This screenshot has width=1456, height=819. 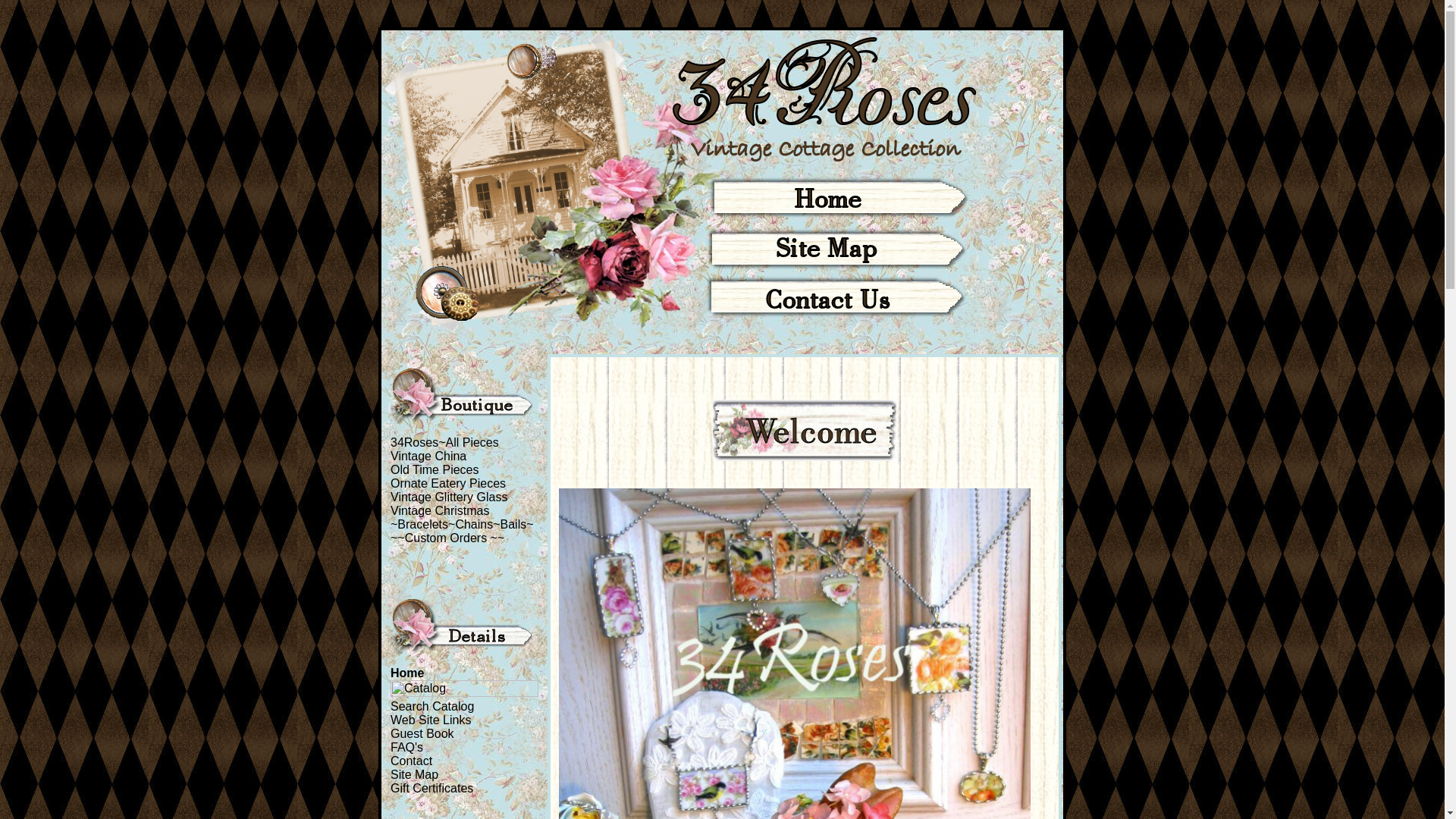 What do you see at coordinates (447, 537) in the screenshot?
I see `'~~Custom Orders ~~'` at bounding box center [447, 537].